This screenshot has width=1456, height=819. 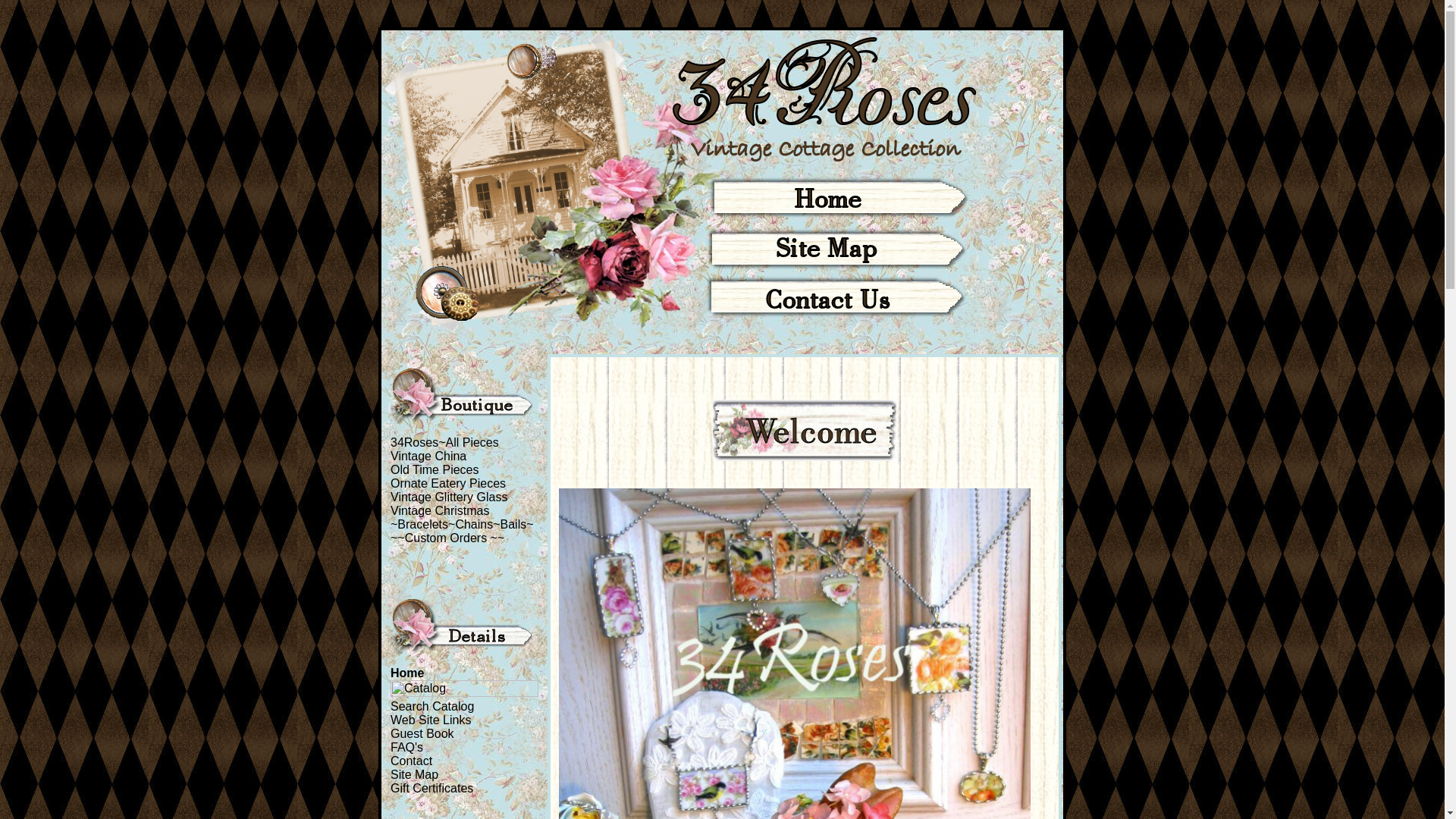 What do you see at coordinates (447, 537) in the screenshot?
I see `'~~Custom Orders ~~'` at bounding box center [447, 537].